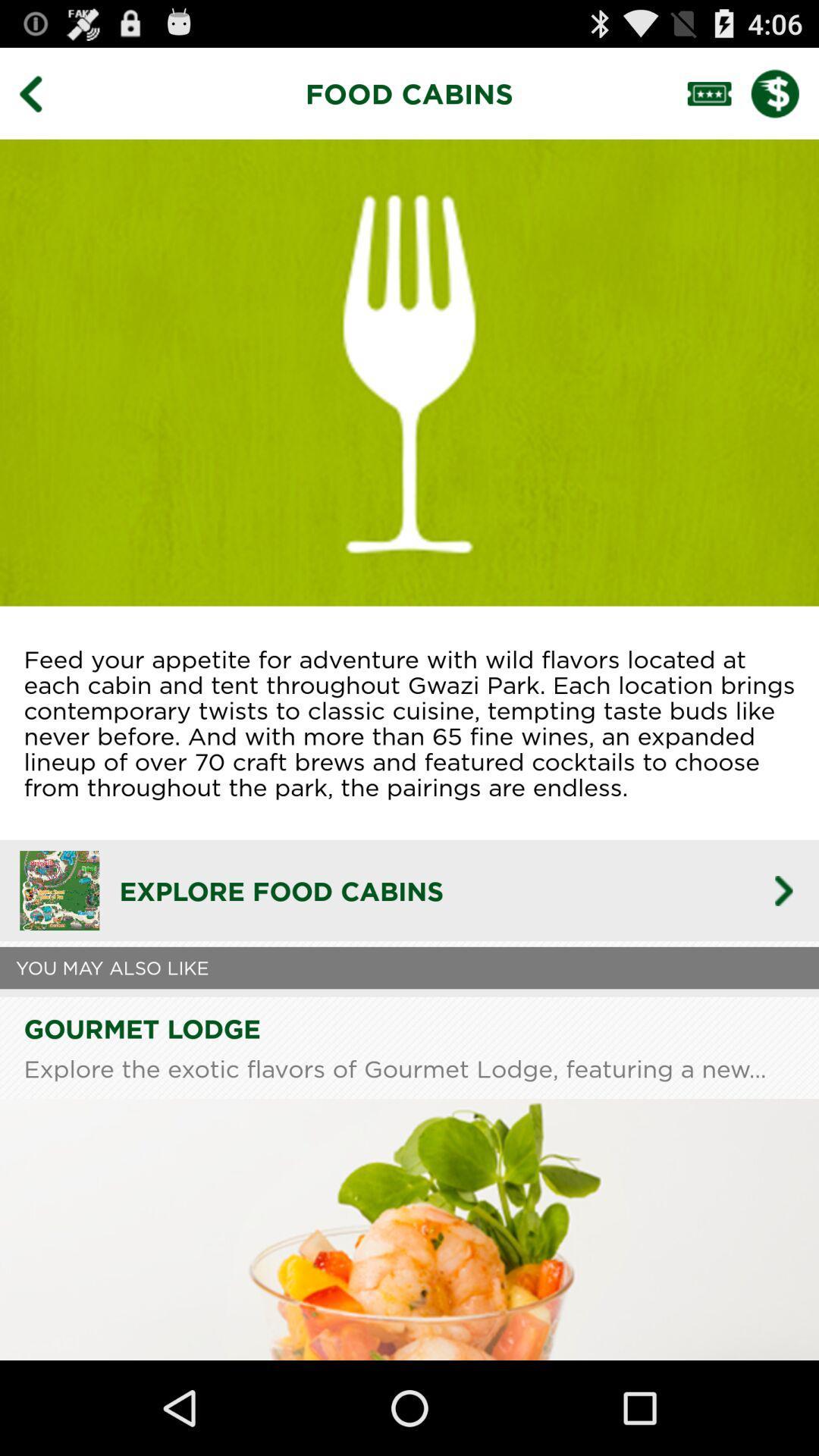 Image resolution: width=819 pixels, height=1456 pixels. I want to click on the app to the left of food cabins app, so click(41, 93).